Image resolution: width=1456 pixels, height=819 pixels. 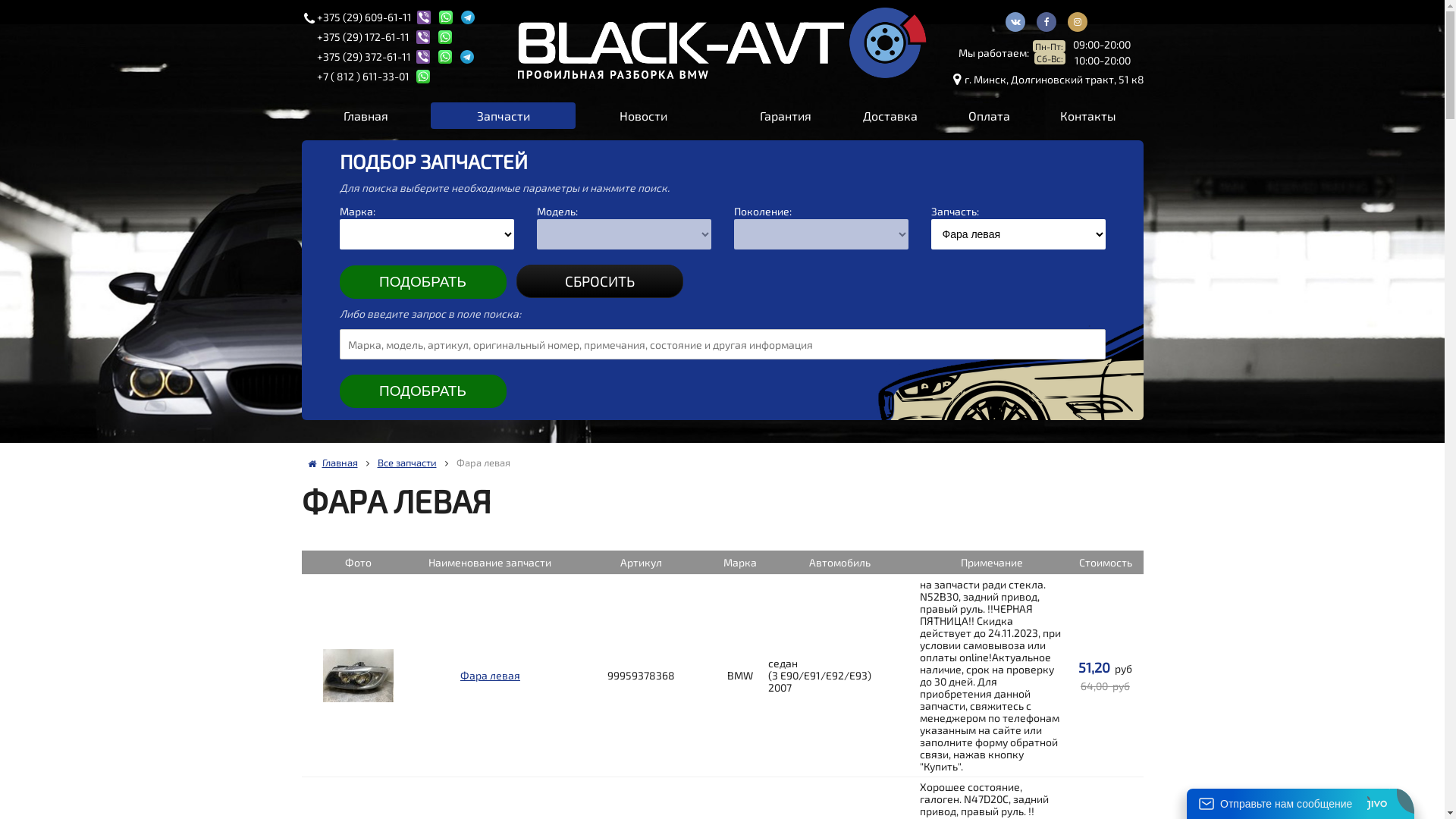 I want to click on '+7 ( 812 ) 611-33-01', so click(x=364, y=76).